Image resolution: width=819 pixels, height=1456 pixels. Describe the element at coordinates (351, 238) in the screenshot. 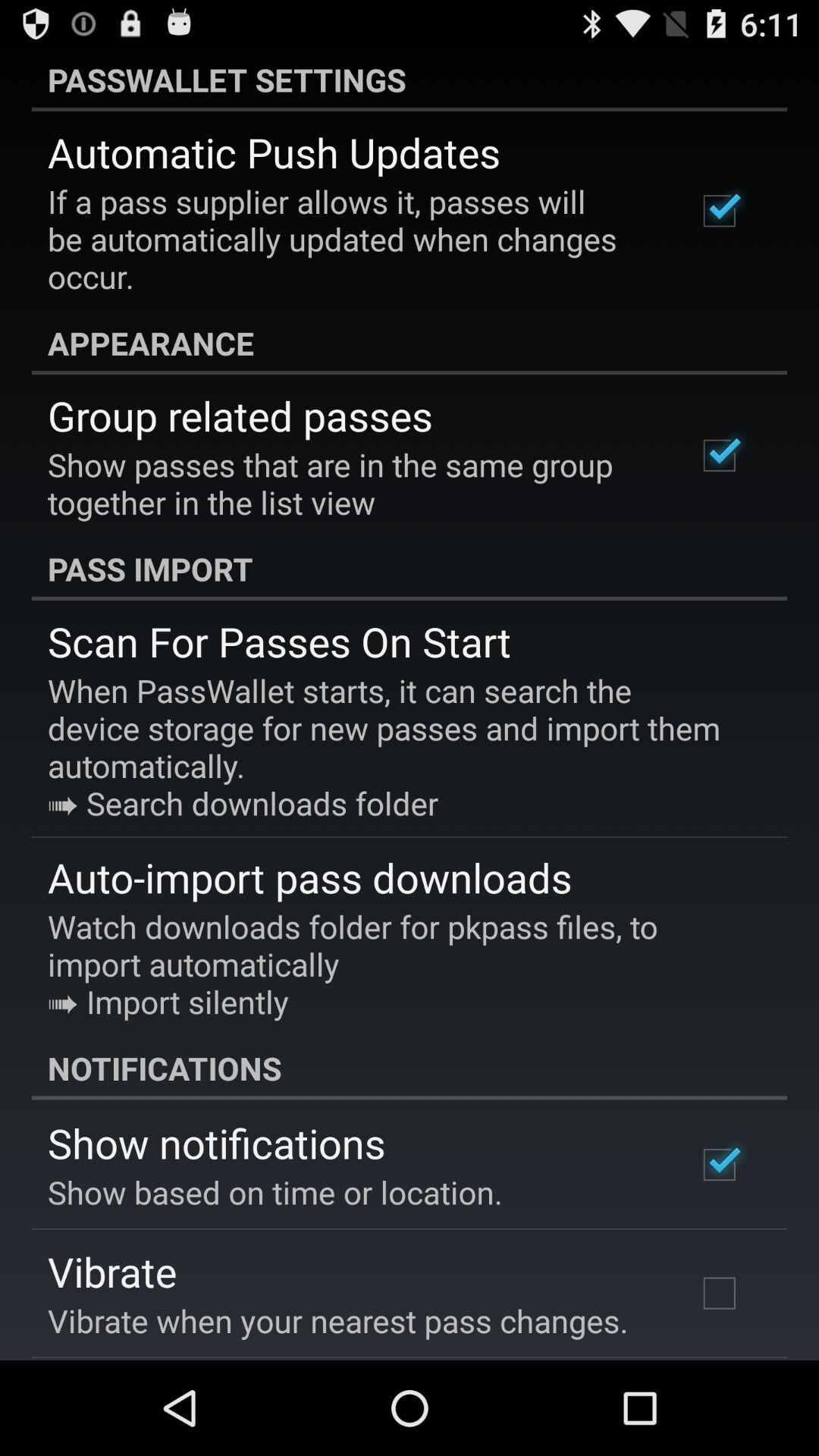

I see `item below automatic push updates` at that location.